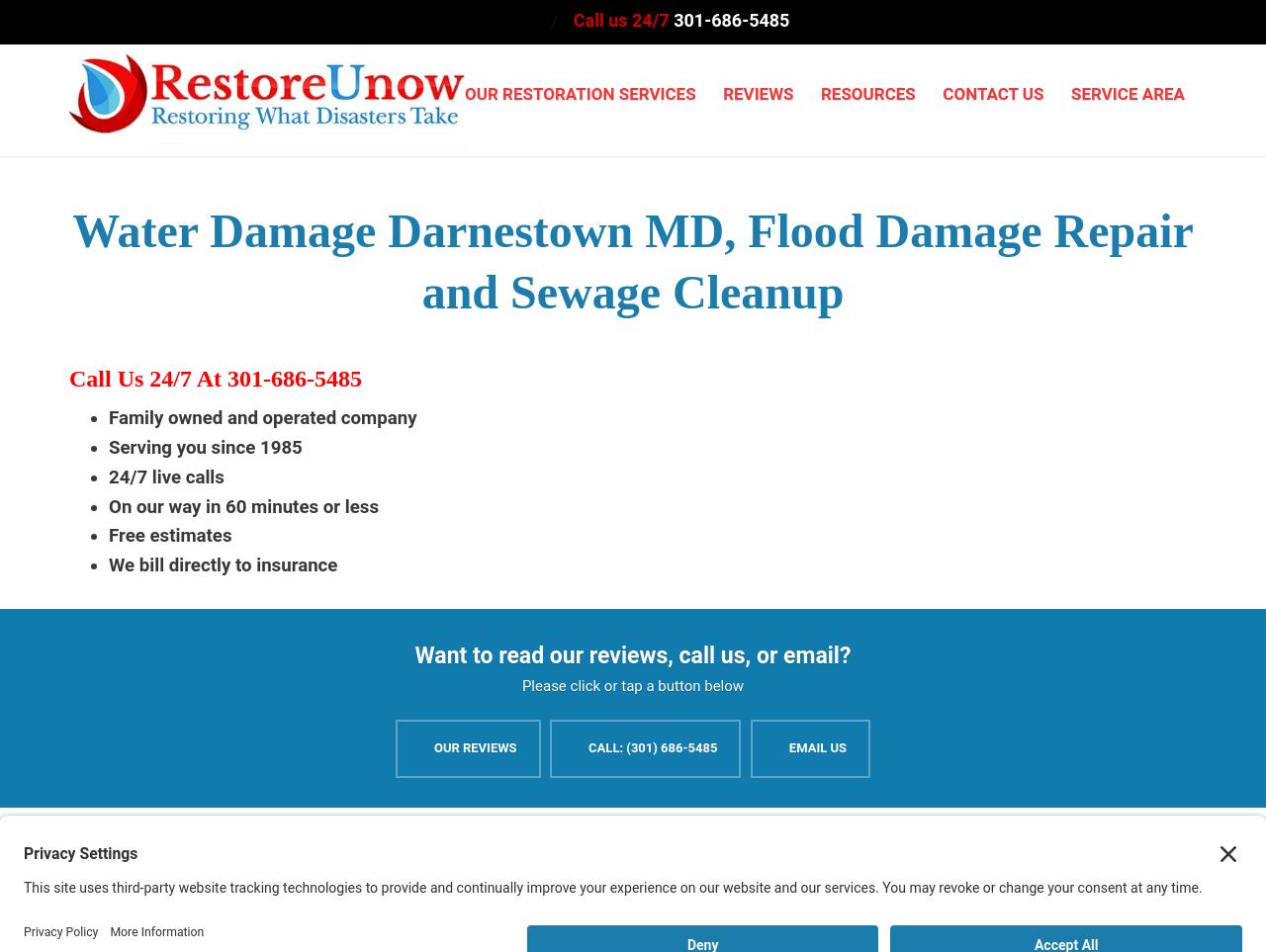 Image resolution: width=1266 pixels, height=952 pixels. I want to click on 'Air Duct Mold Restoration', so click(837, 650).